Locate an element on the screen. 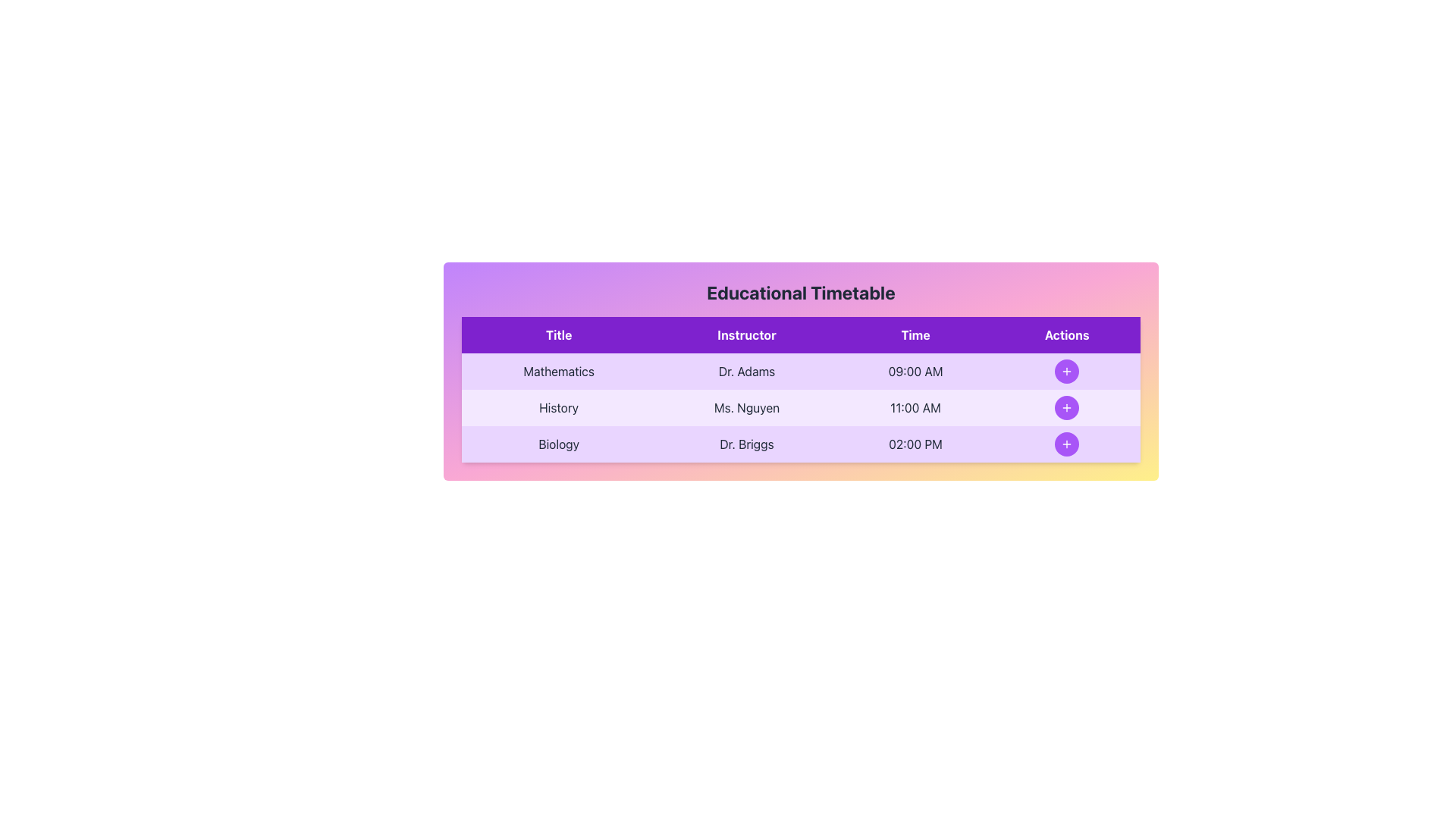 This screenshot has height=819, width=1456. the text label displaying 'Dr. Briggs' located in the third row of the table within the 'Instructor' column is located at coordinates (746, 444).